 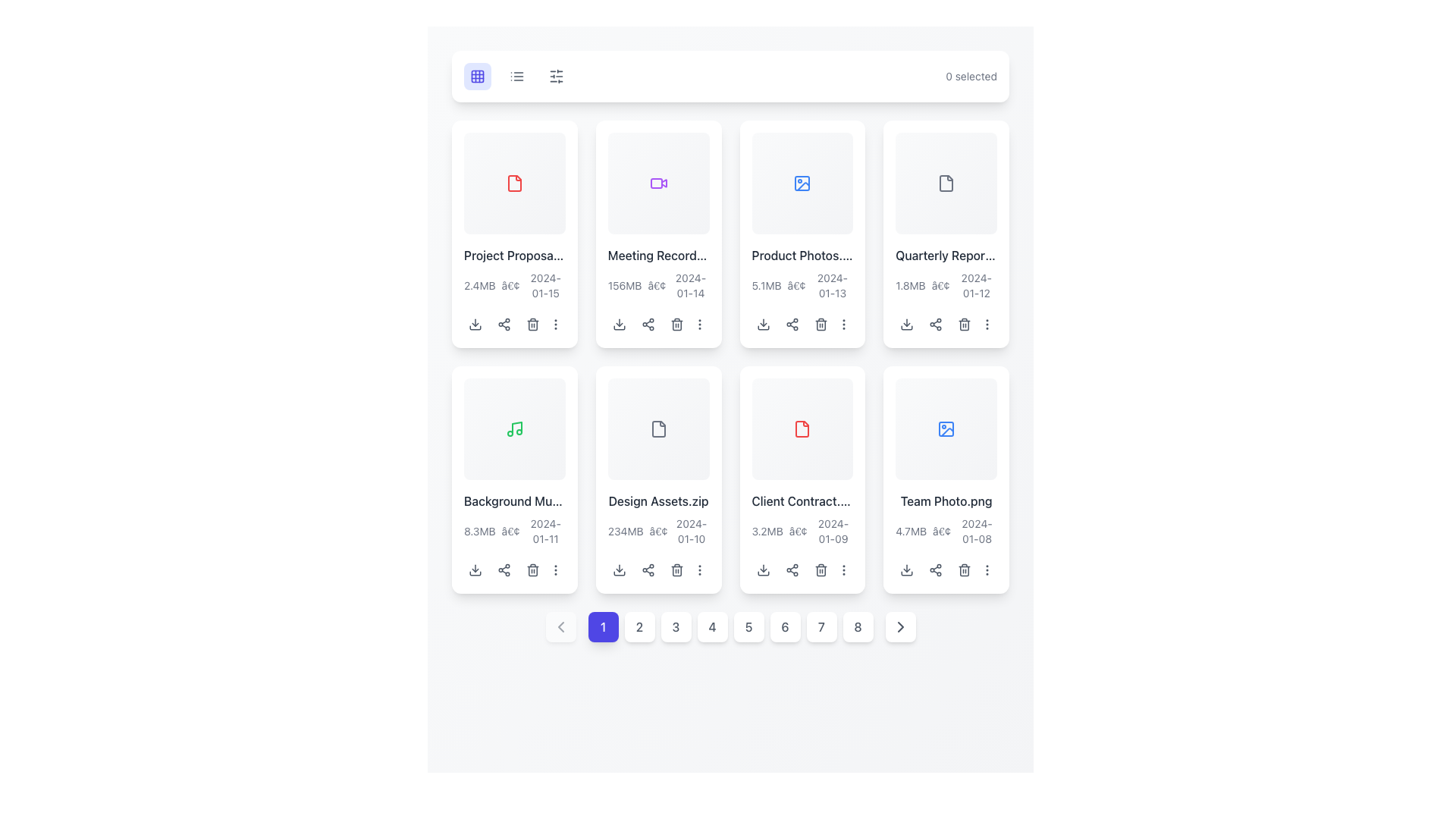 I want to click on the leftmost control or settings icon in the toolbar to trigger a tooltip if available, so click(x=556, y=76).